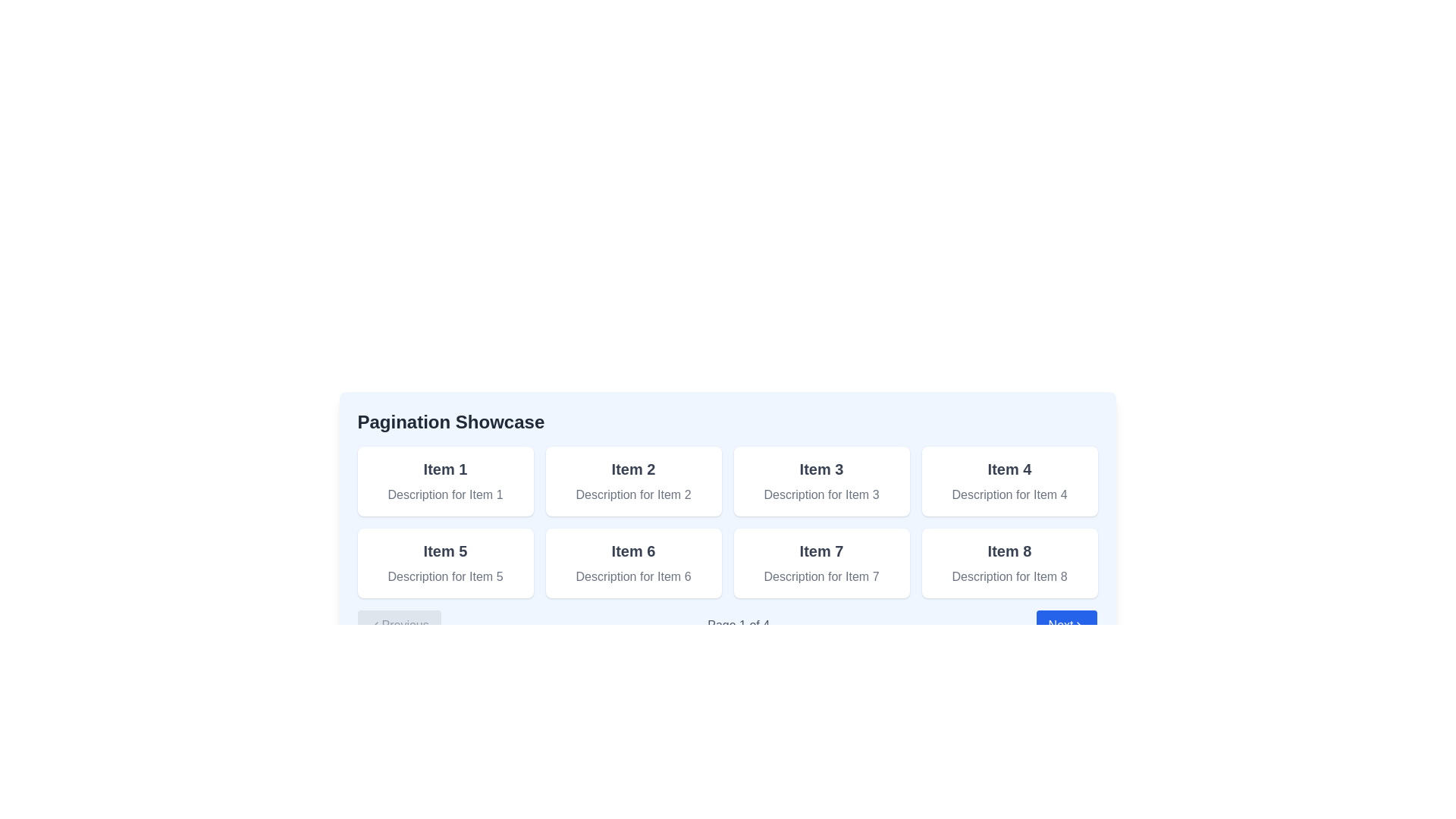 This screenshot has width=1456, height=819. I want to click on the Text label that displays 'Item 5', which is bold and dark gray in color, located in the second row of the grid layout, so click(444, 551).